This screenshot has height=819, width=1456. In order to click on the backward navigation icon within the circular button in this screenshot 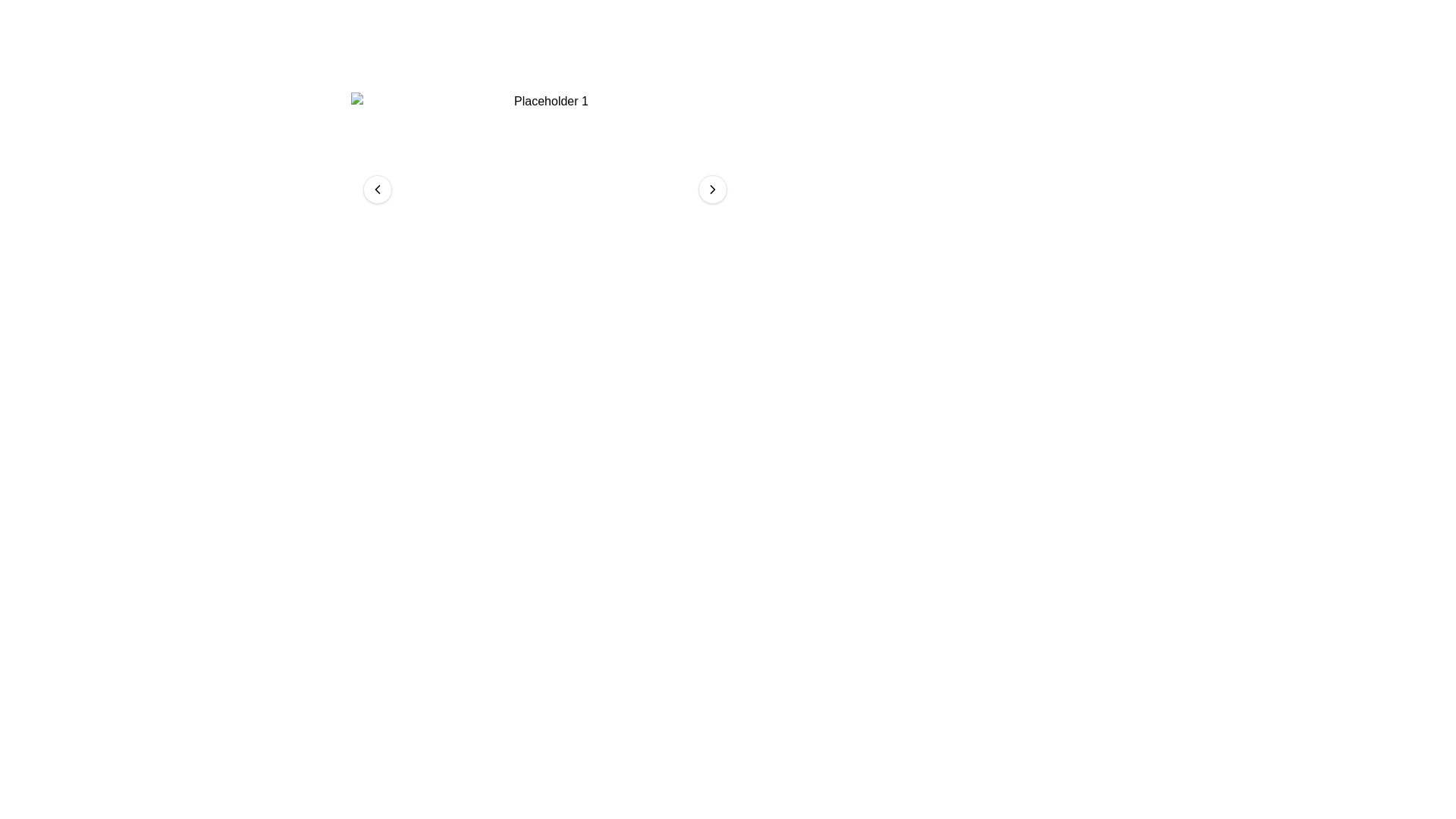, I will do `click(378, 189)`.